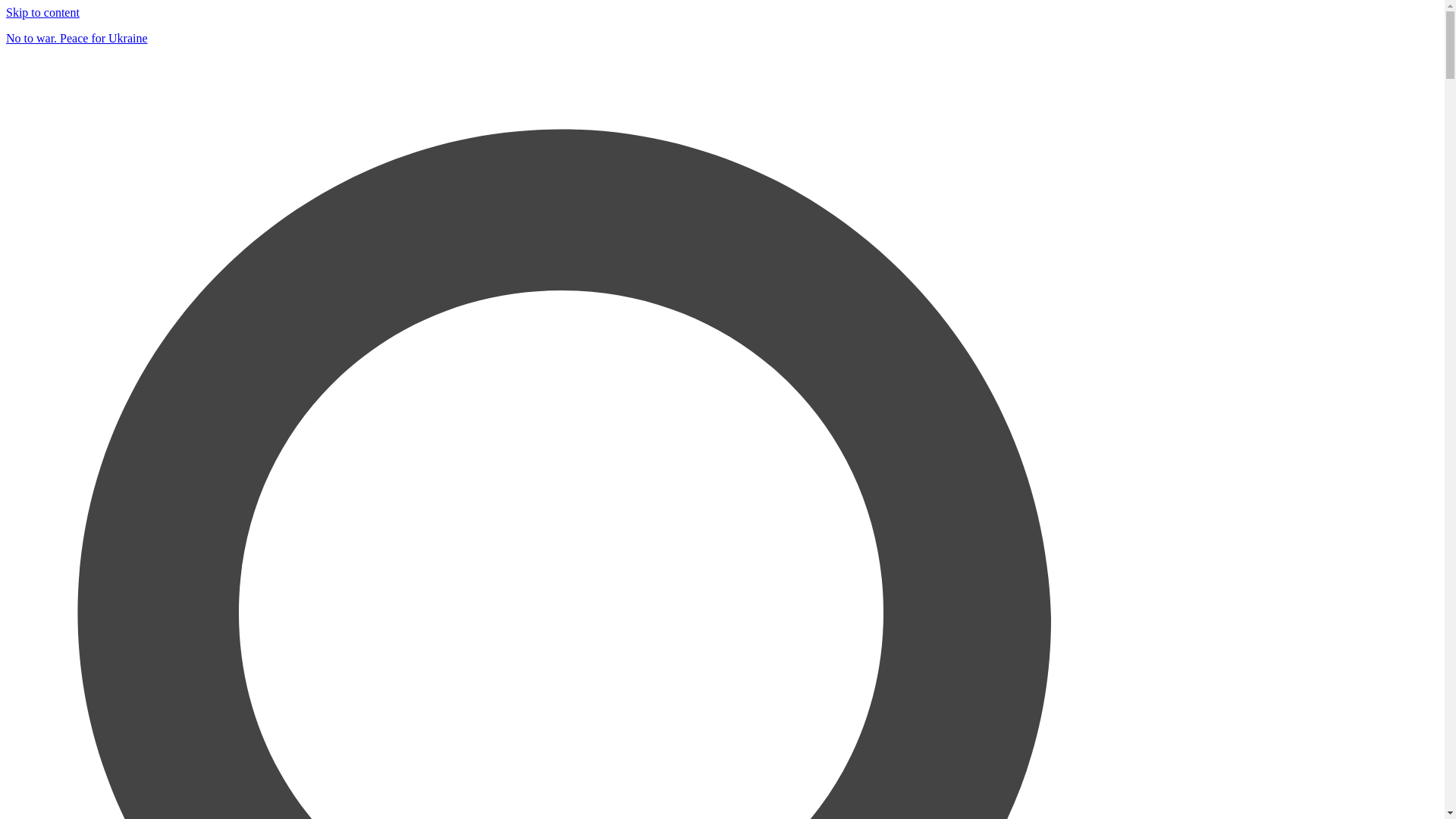 The image size is (1456, 819). Describe the element at coordinates (6, 37) in the screenshot. I see `'No to war. Peace for Ukraine'` at that location.